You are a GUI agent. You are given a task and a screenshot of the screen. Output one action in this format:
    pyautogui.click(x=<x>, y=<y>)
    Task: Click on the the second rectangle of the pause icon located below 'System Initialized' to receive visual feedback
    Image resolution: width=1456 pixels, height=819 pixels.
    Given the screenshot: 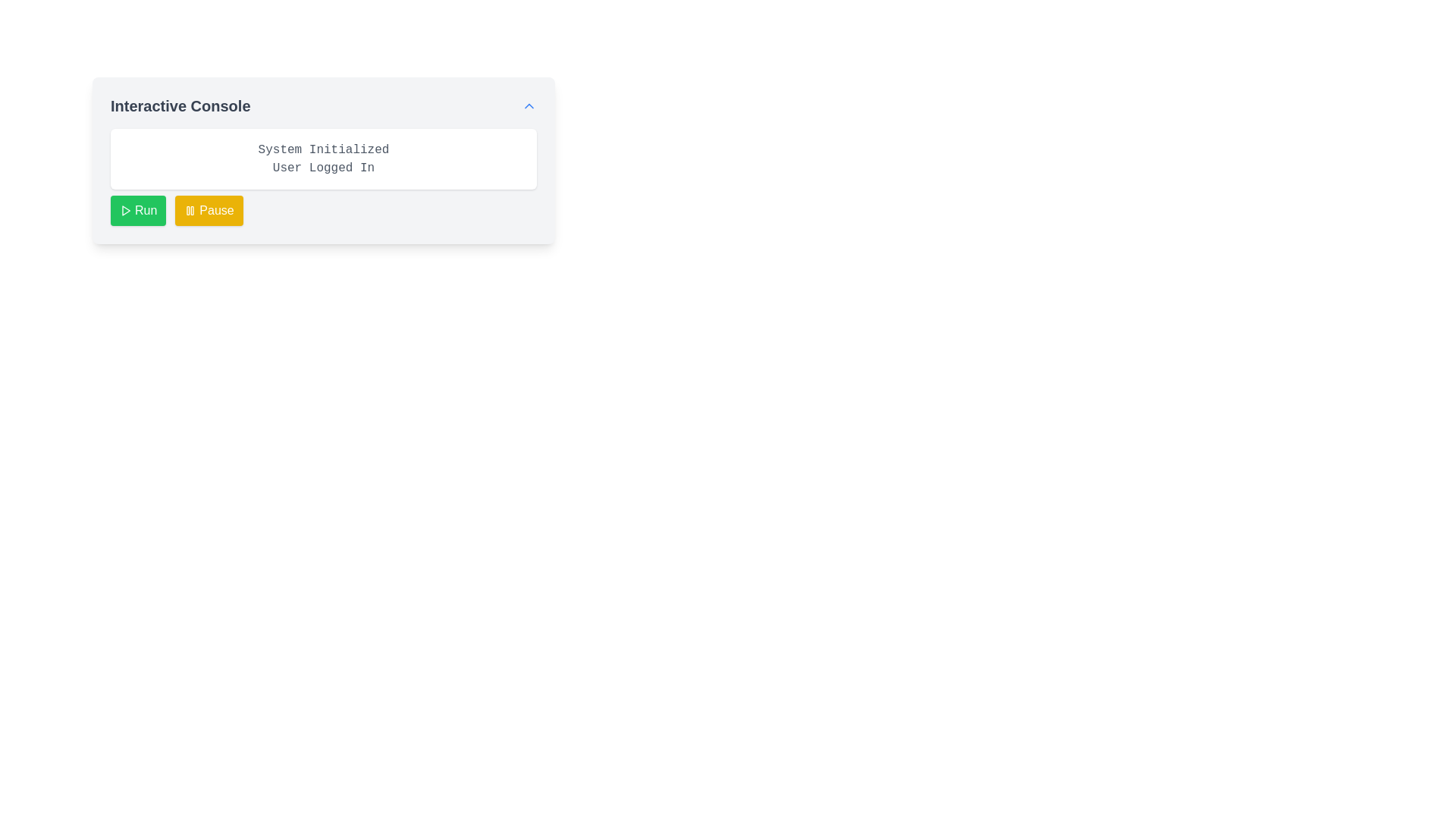 What is the action you would take?
    pyautogui.click(x=192, y=210)
    